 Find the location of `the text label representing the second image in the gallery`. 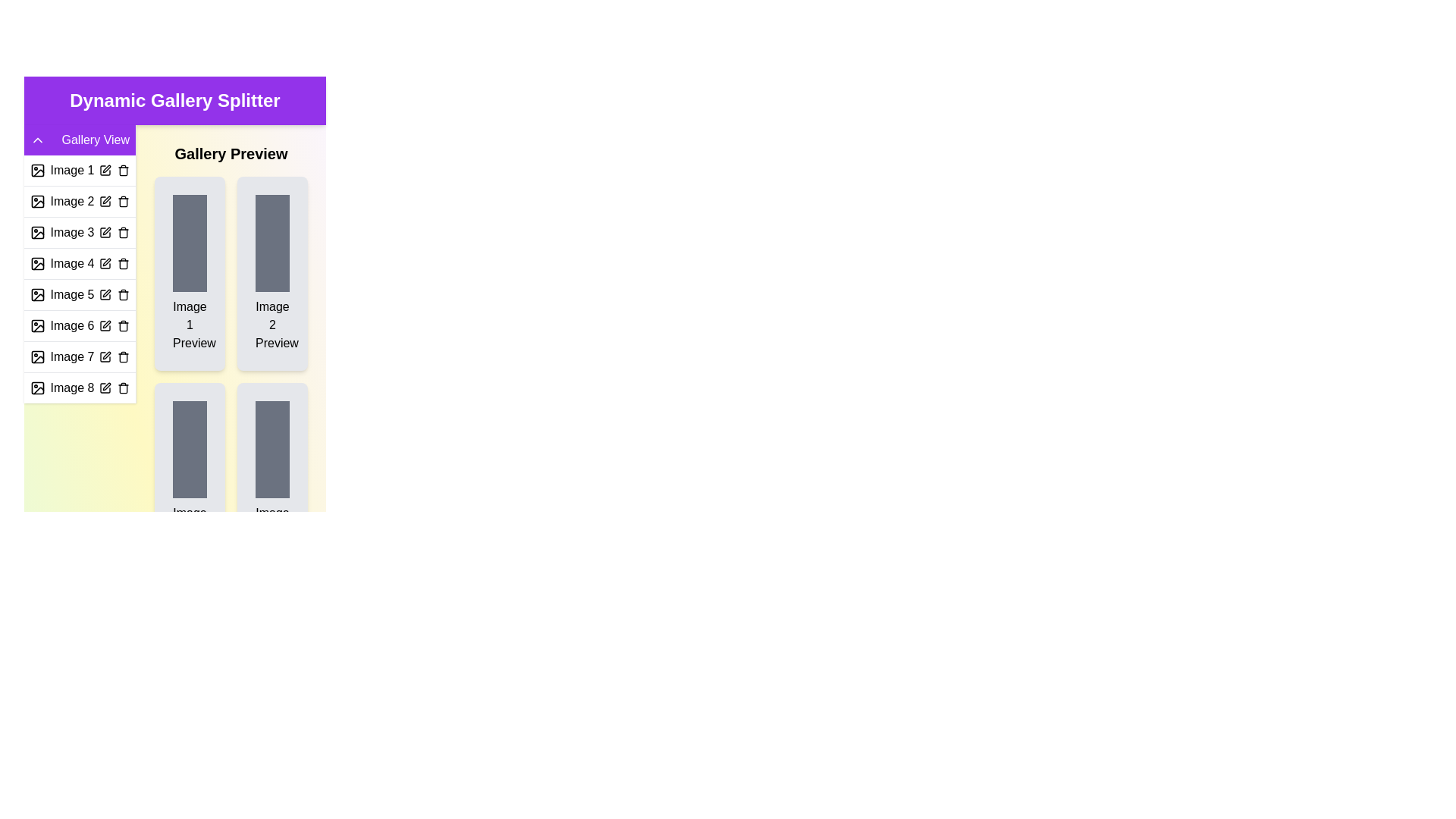

the text label representing the second image in the gallery is located at coordinates (71, 201).